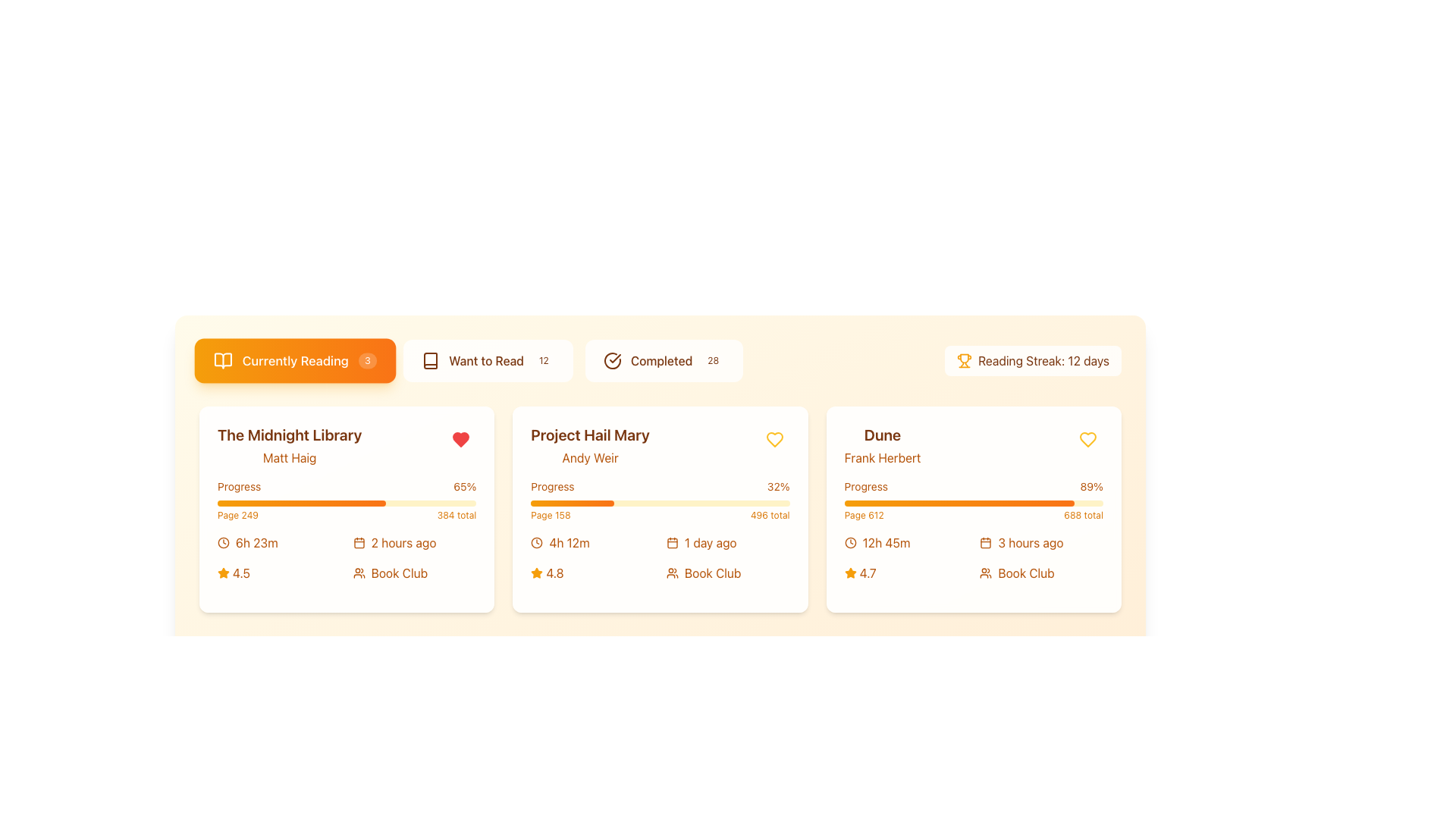  I want to click on the visual indicator icon representing the 'Currently Reading' section, located at the top-left of the interface, adjacent to the text 'Currently Reading' and the numeral '3', so click(222, 360).